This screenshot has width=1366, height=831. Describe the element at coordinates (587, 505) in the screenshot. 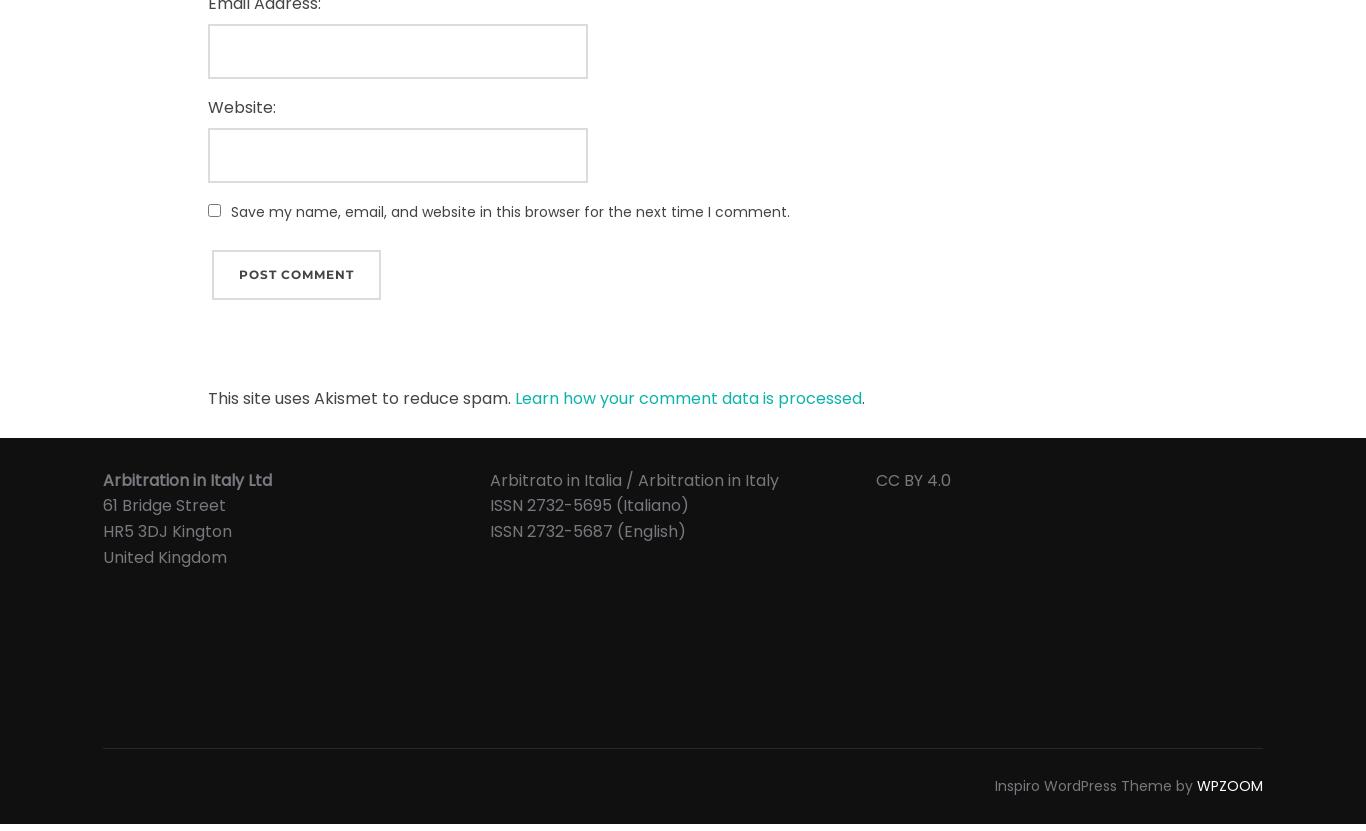

I see `'ISSN 2732-5695 (Italiano)'` at that location.